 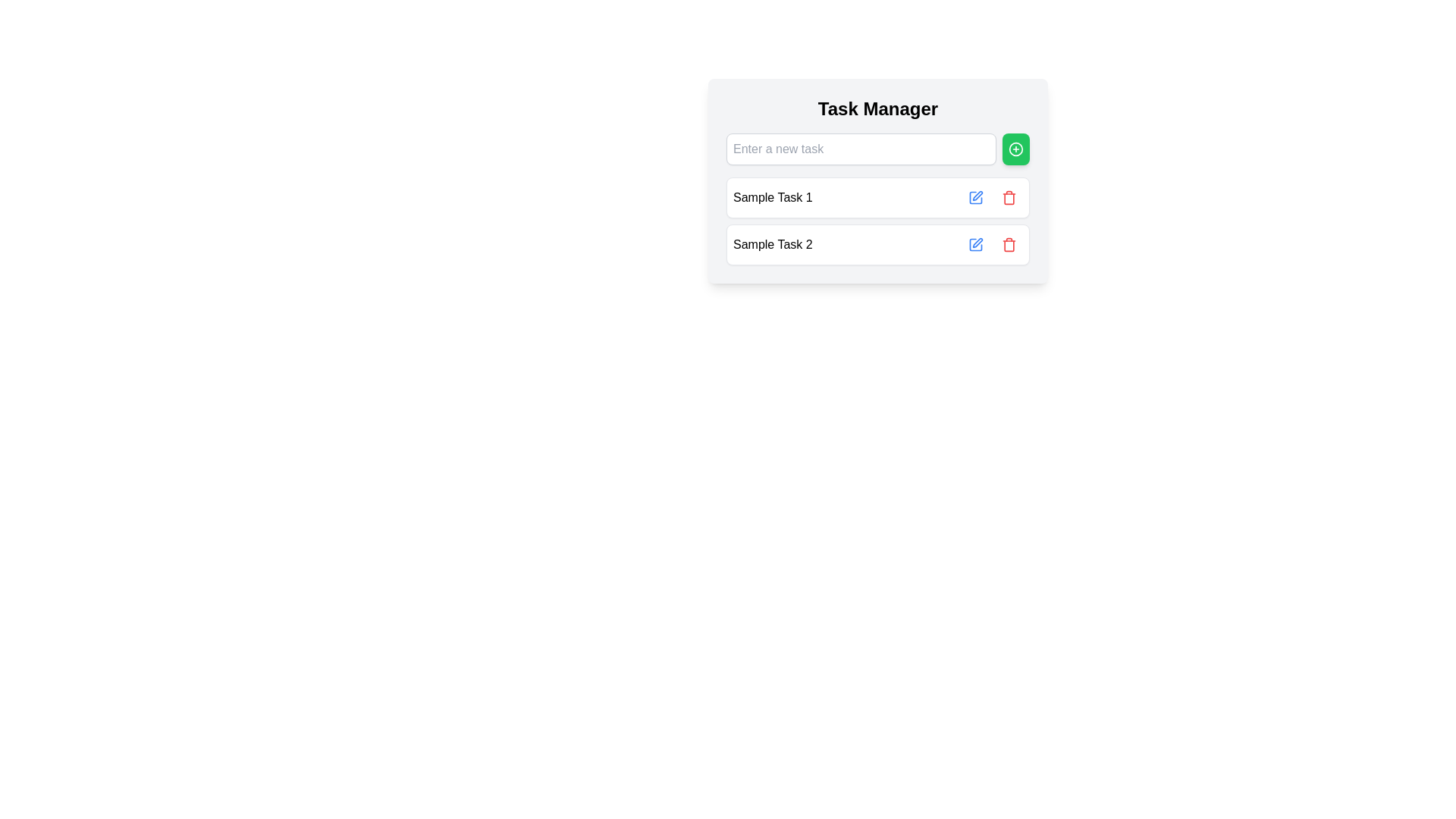 I want to click on the edit action icon for 'Sample Task 2', so click(x=975, y=244).